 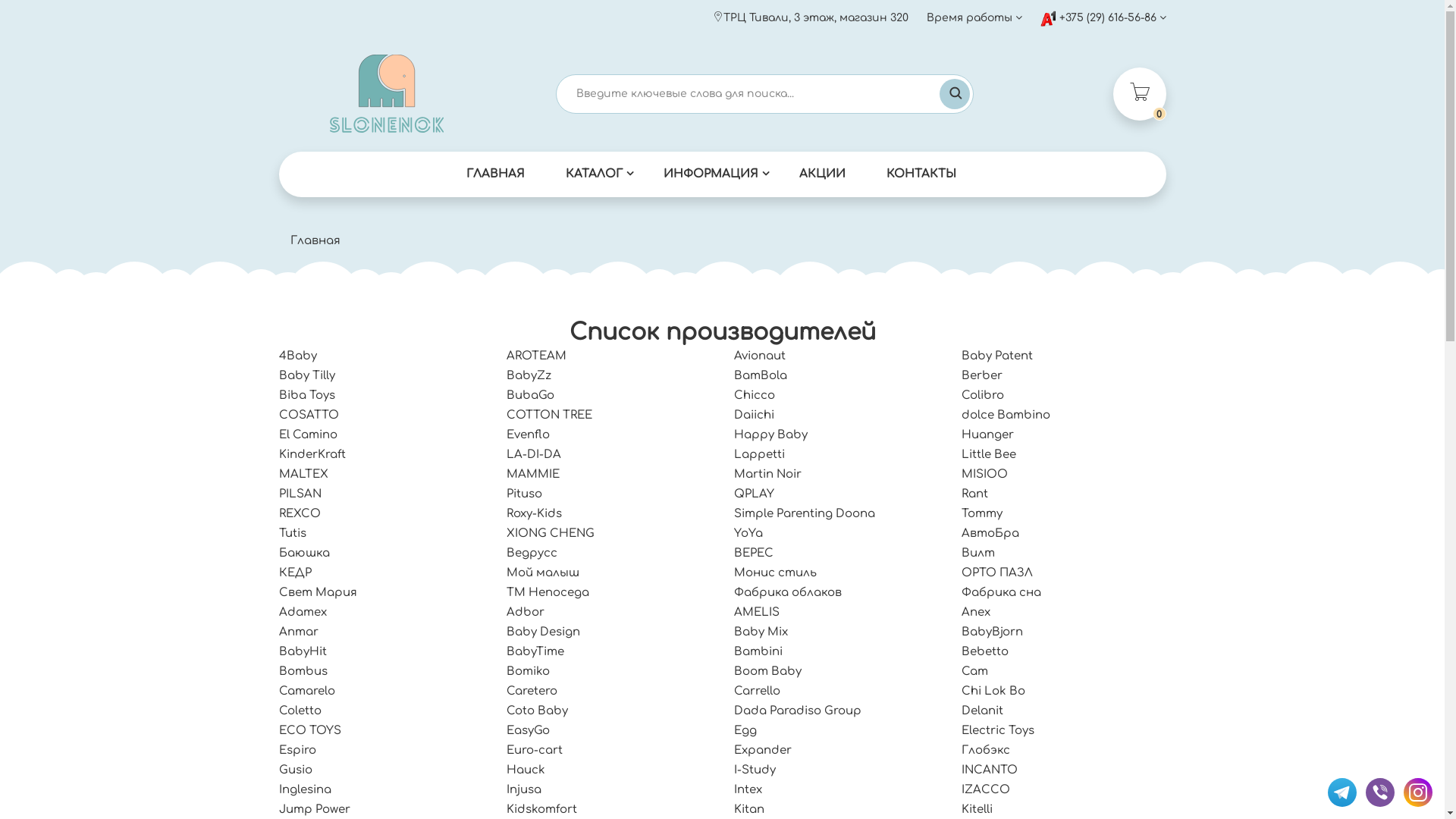 What do you see at coordinates (989, 453) in the screenshot?
I see `'Little Bee'` at bounding box center [989, 453].